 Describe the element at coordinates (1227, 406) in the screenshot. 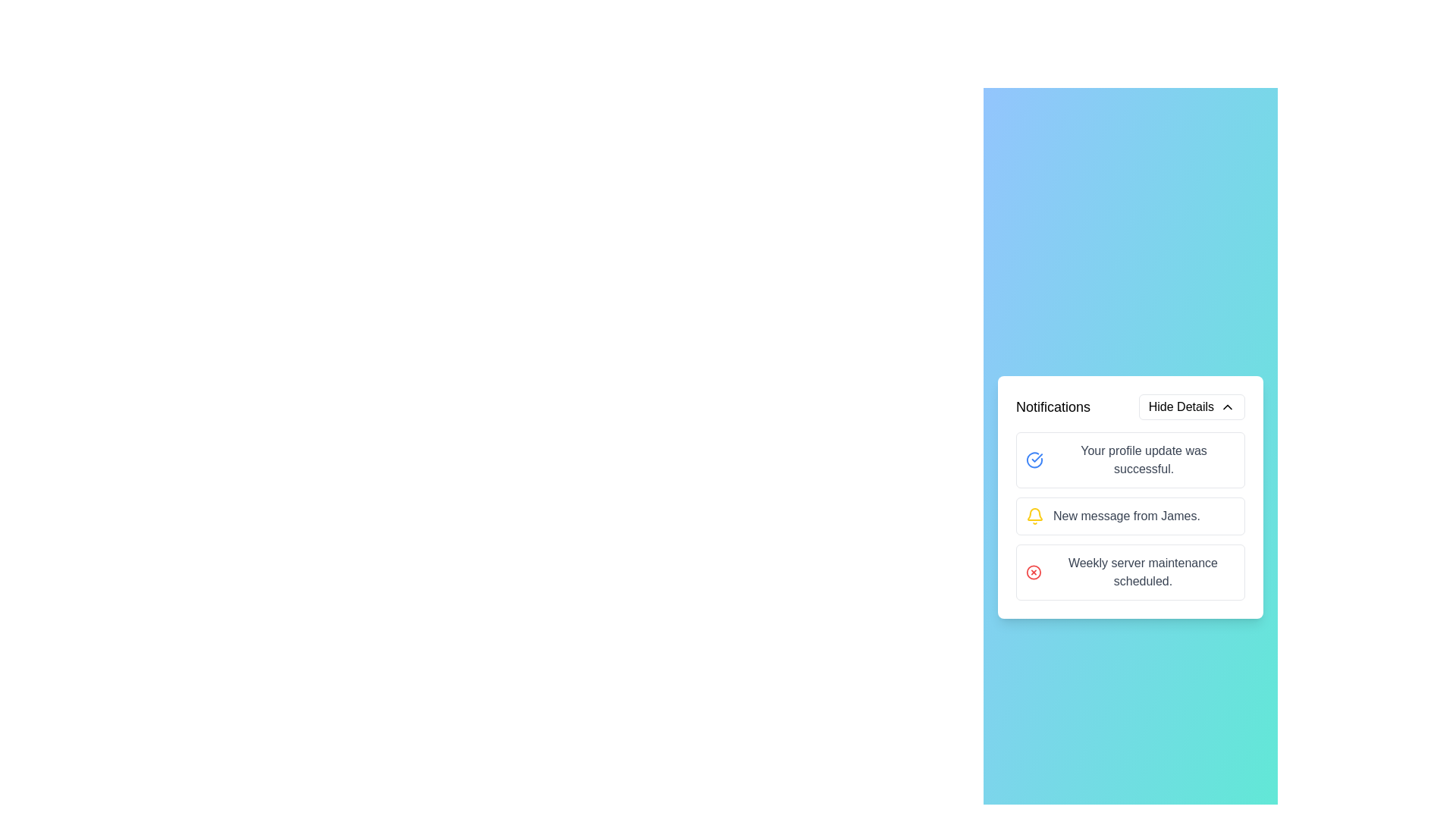

I see `the chevron icon located at the far right of the 'Hide Details' button in the header section of the notification card` at that location.